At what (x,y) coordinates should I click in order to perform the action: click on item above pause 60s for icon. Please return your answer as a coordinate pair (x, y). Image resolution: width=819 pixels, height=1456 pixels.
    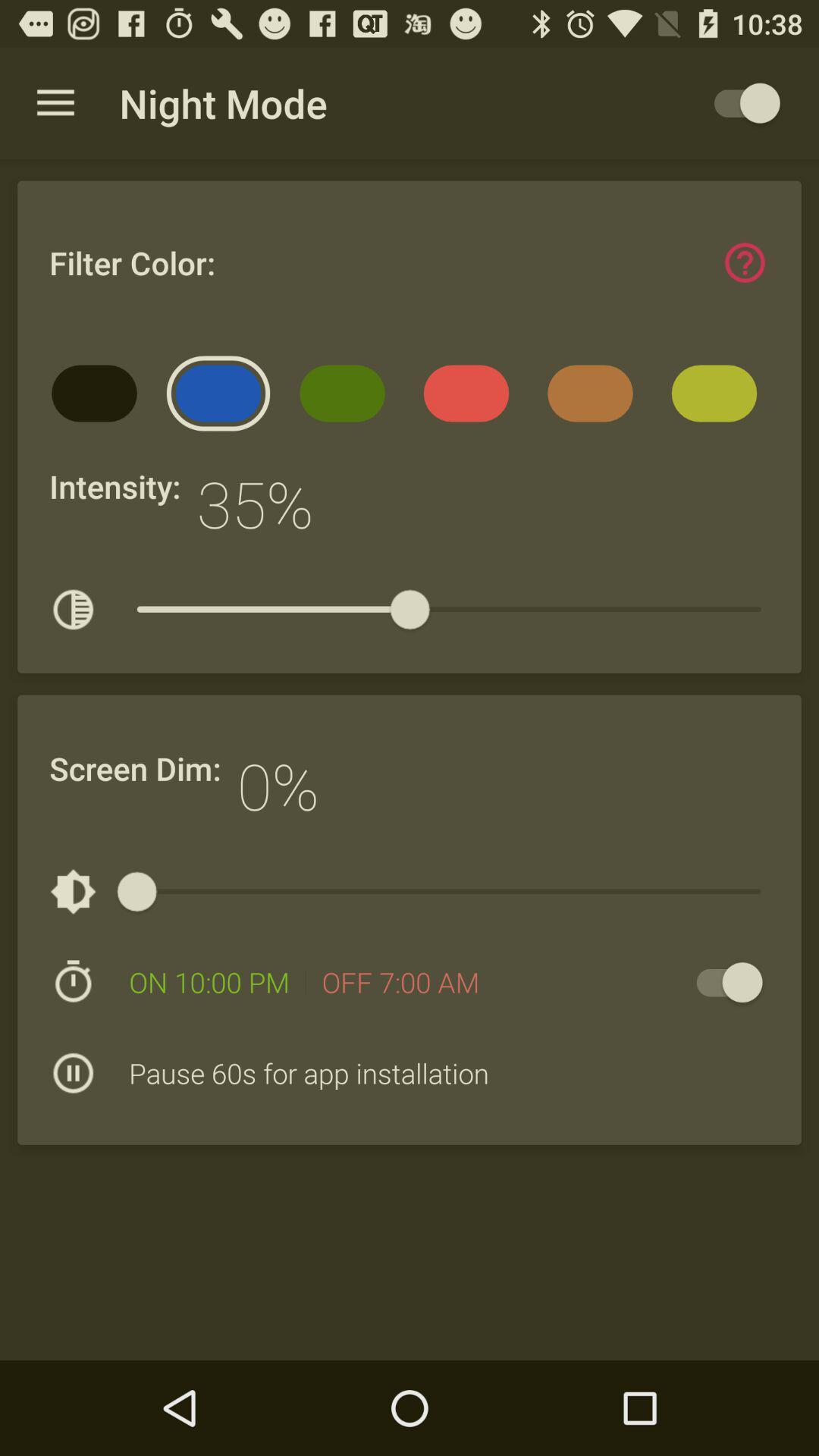
    Looking at the image, I should click on (400, 982).